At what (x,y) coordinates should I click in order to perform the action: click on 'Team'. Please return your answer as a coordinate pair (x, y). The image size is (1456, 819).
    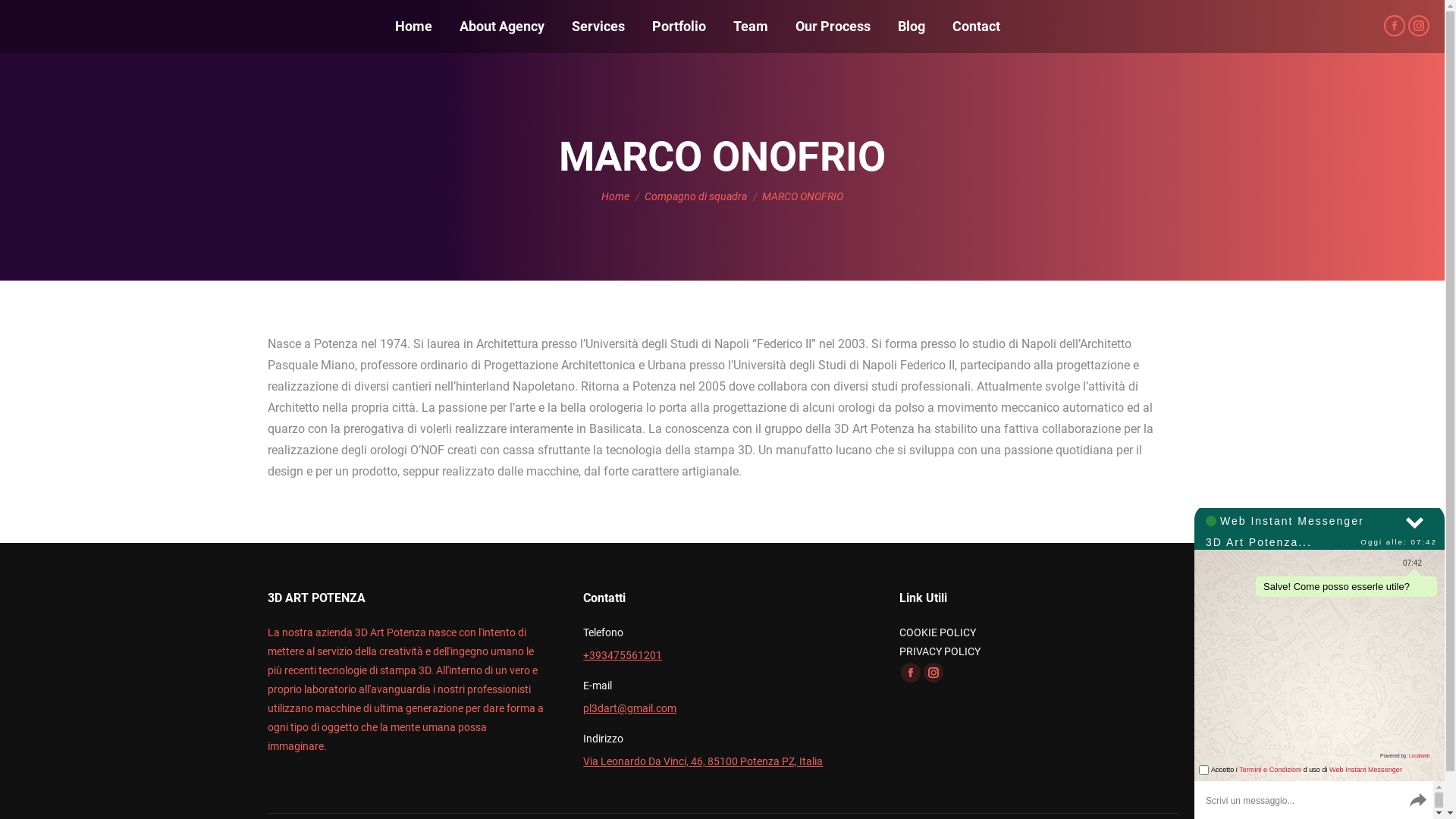
    Looking at the image, I should click on (730, 26).